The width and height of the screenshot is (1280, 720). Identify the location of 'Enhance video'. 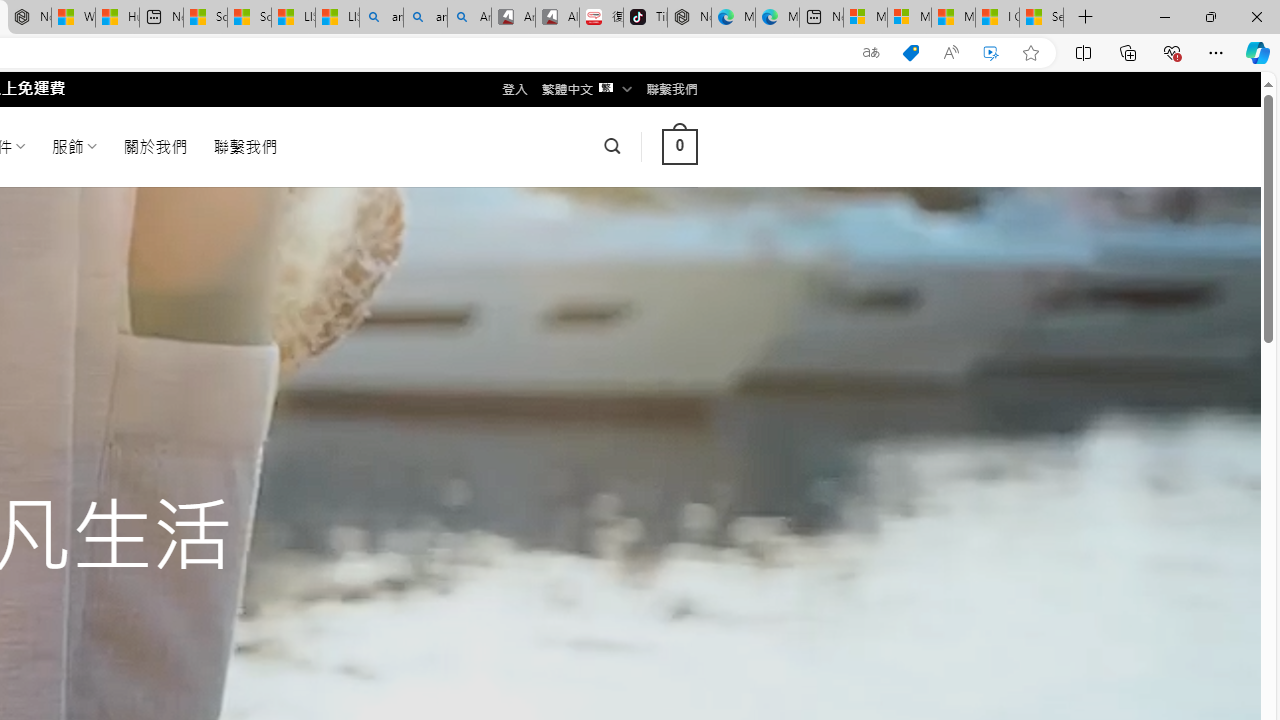
(991, 52).